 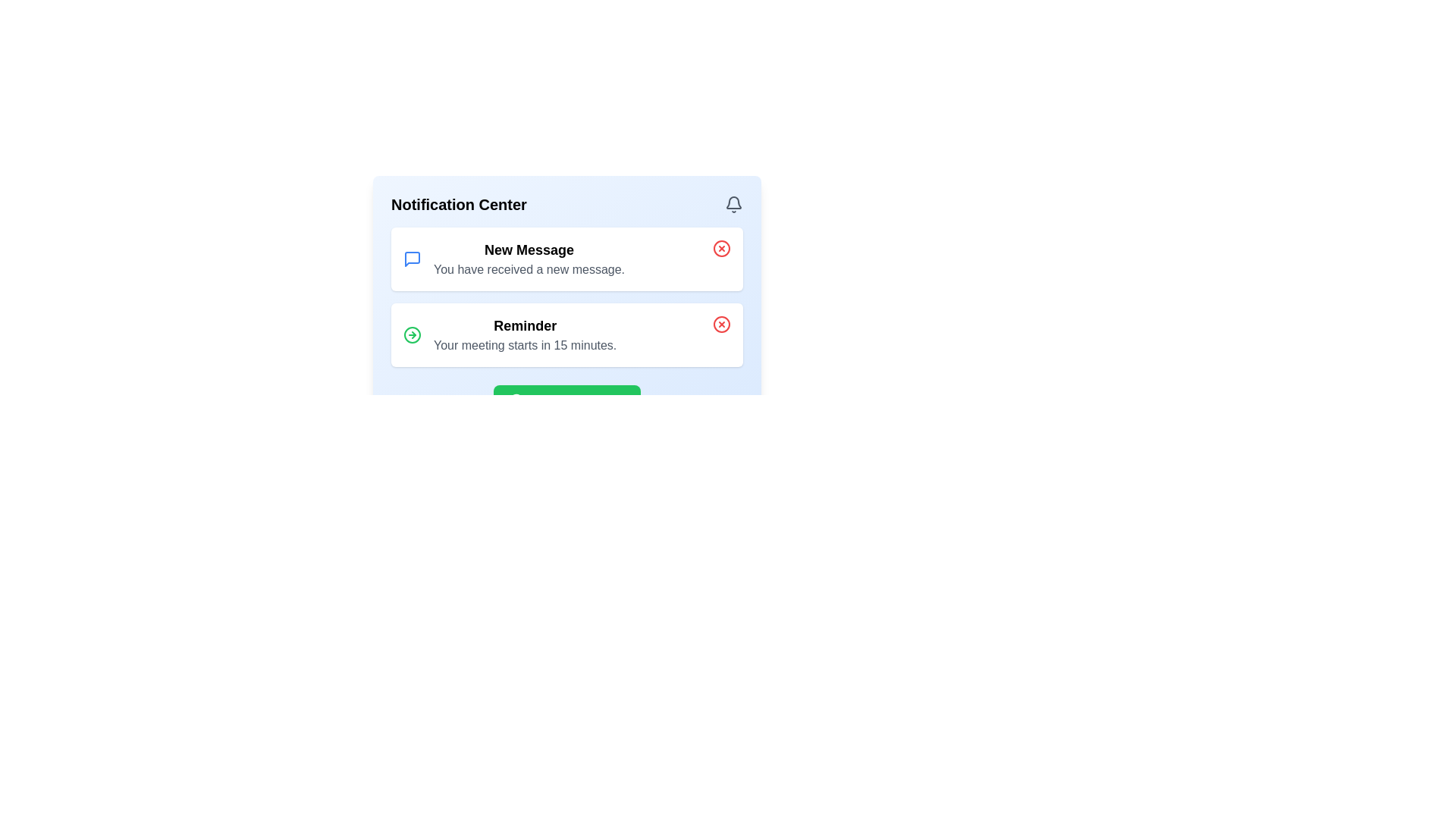 What do you see at coordinates (720, 247) in the screenshot?
I see `the dismissal button located at the top-right corner of the 'New Message' notification panel` at bounding box center [720, 247].